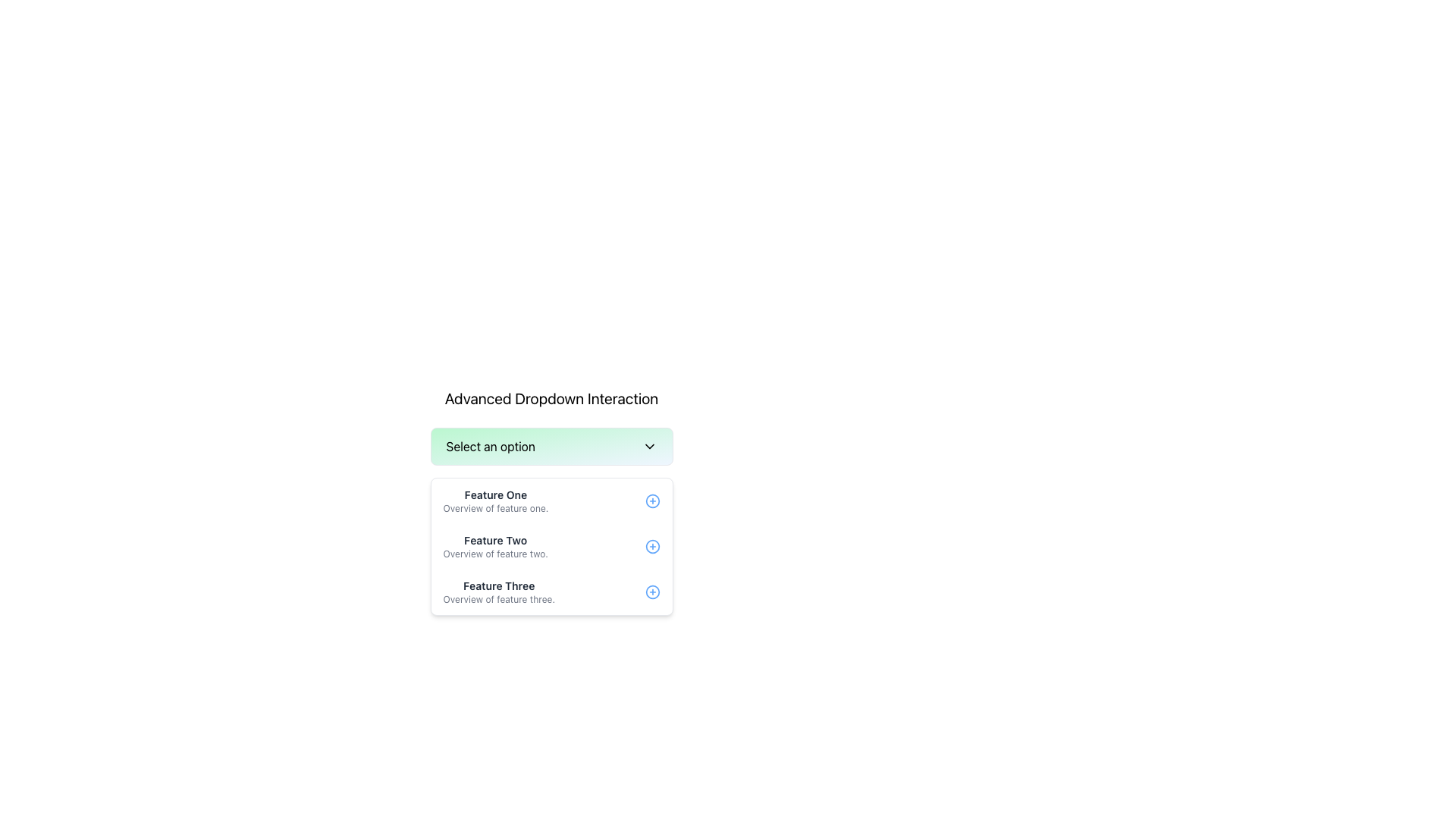 The height and width of the screenshot is (819, 1456). Describe the element at coordinates (652, 500) in the screenshot. I see `the outer circle of the circle-plus icon, located to the right of the 'Feature One' option in the dropdown list` at that location.